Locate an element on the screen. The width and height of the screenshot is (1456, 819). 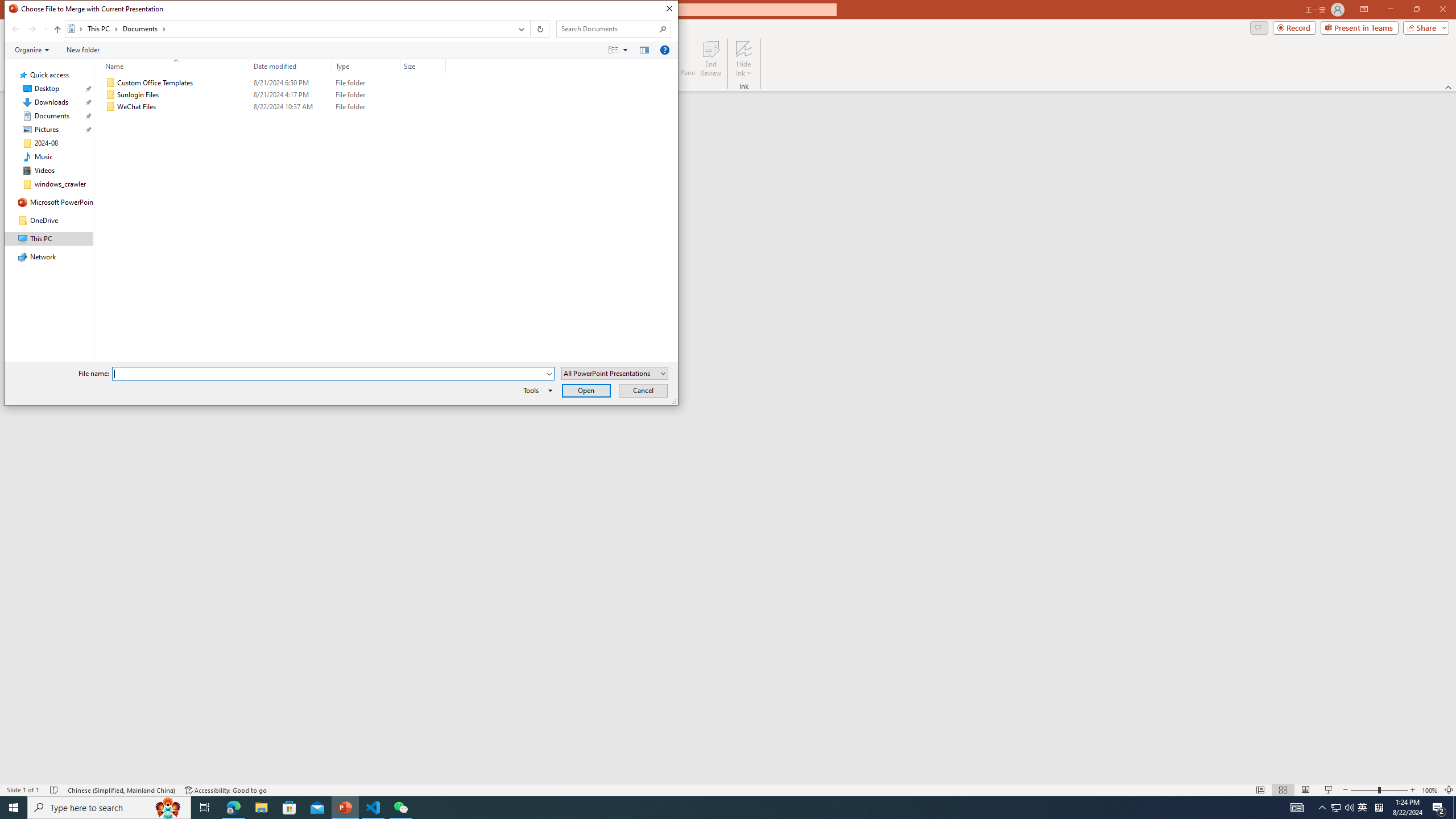
'Cancel' is located at coordinates (643, 390).